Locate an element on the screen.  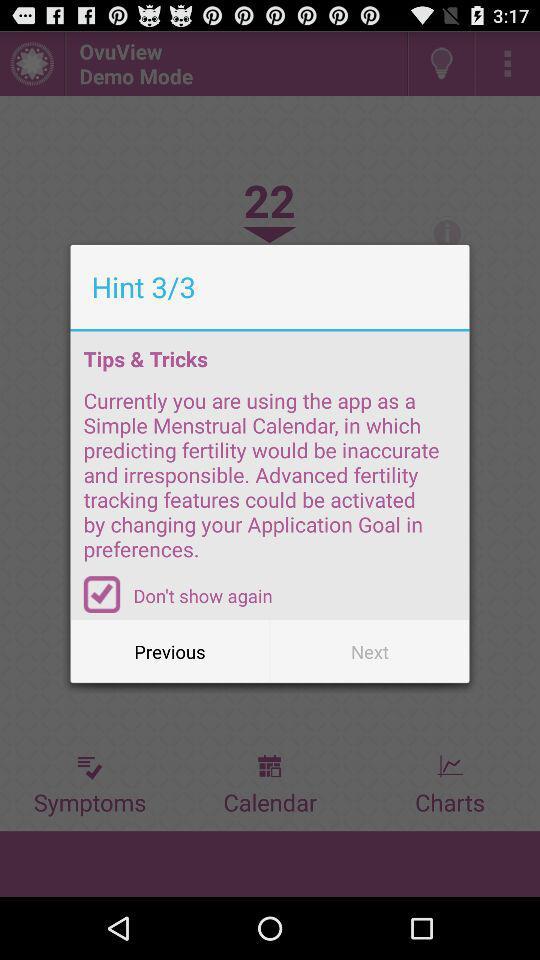
the next at the bottom right corner is located at coordinates (368, 650).